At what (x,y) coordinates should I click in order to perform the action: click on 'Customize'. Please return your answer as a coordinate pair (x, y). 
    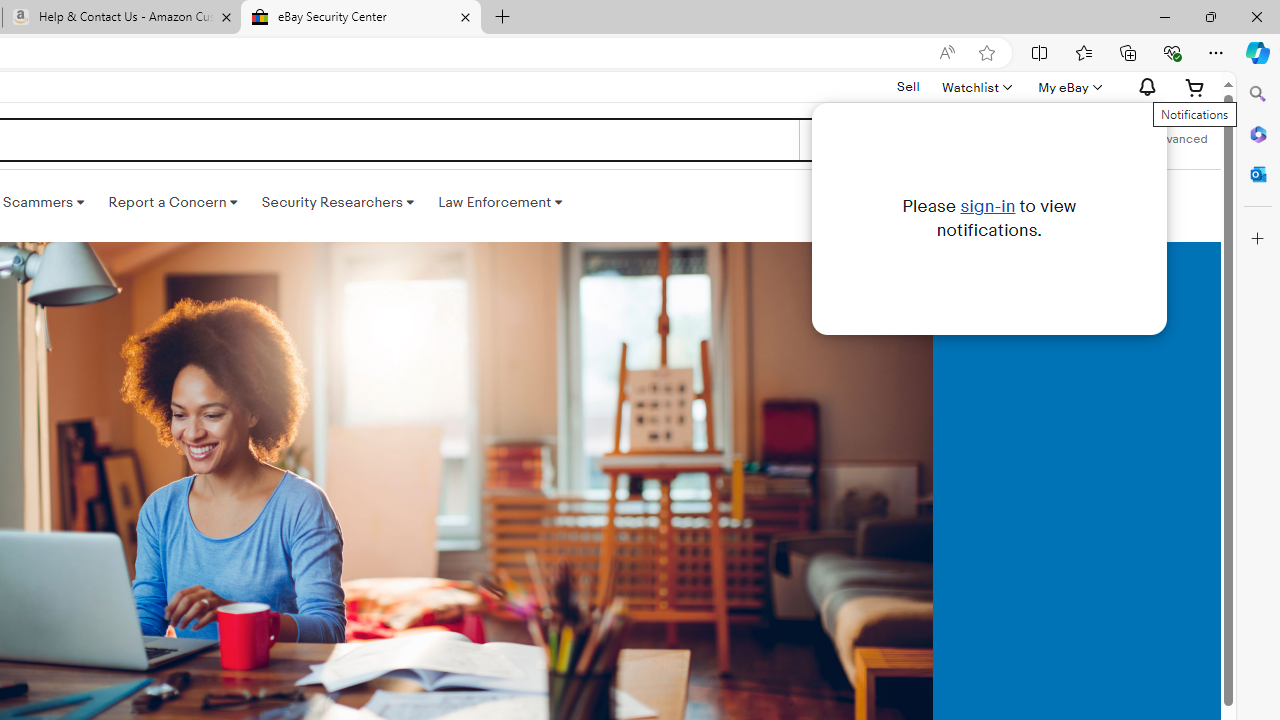
    Looking at the image, I should click on (1257, 238).